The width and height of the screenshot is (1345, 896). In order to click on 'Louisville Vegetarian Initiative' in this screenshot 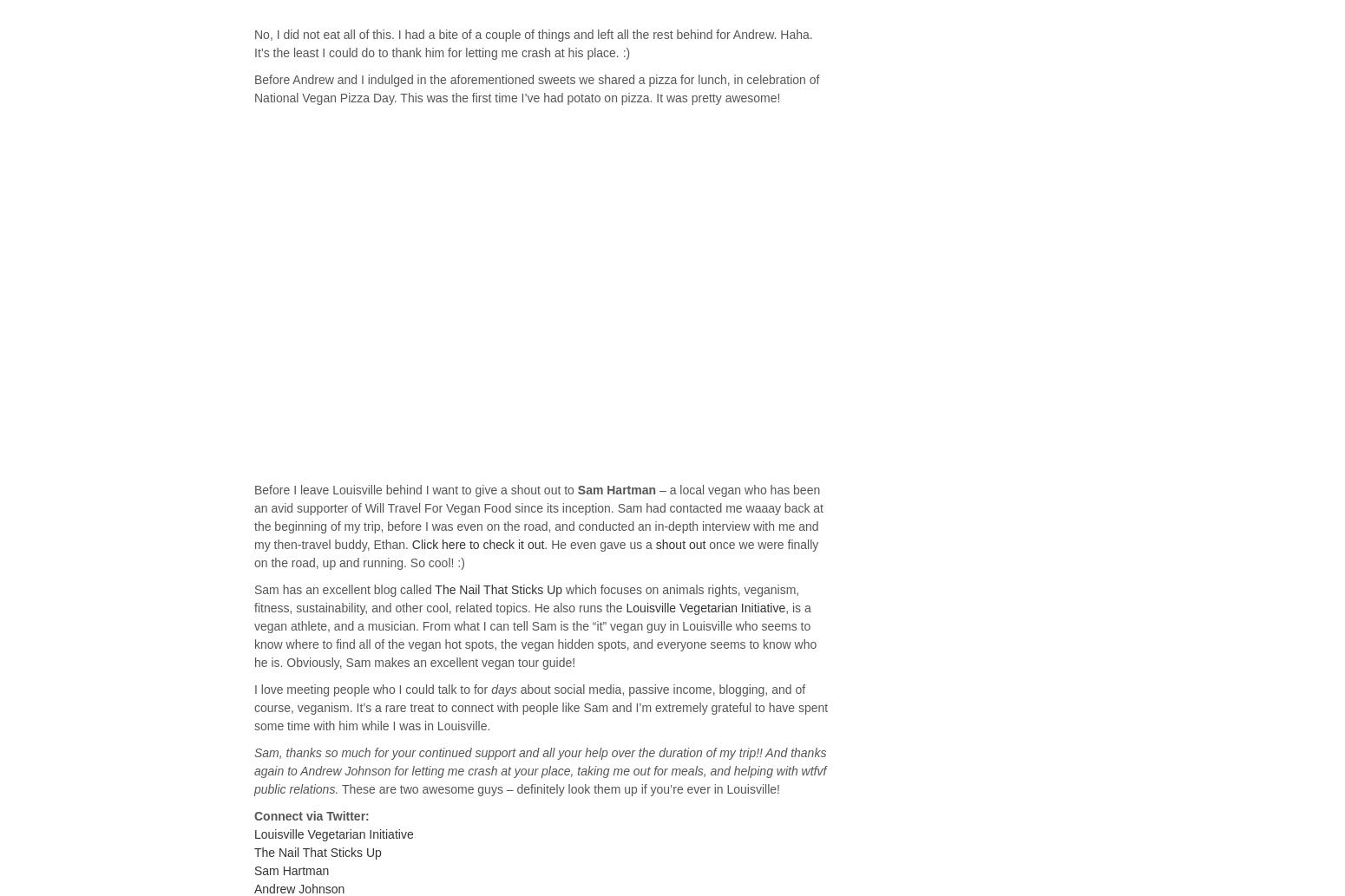, I will do `click(332, 834)`.